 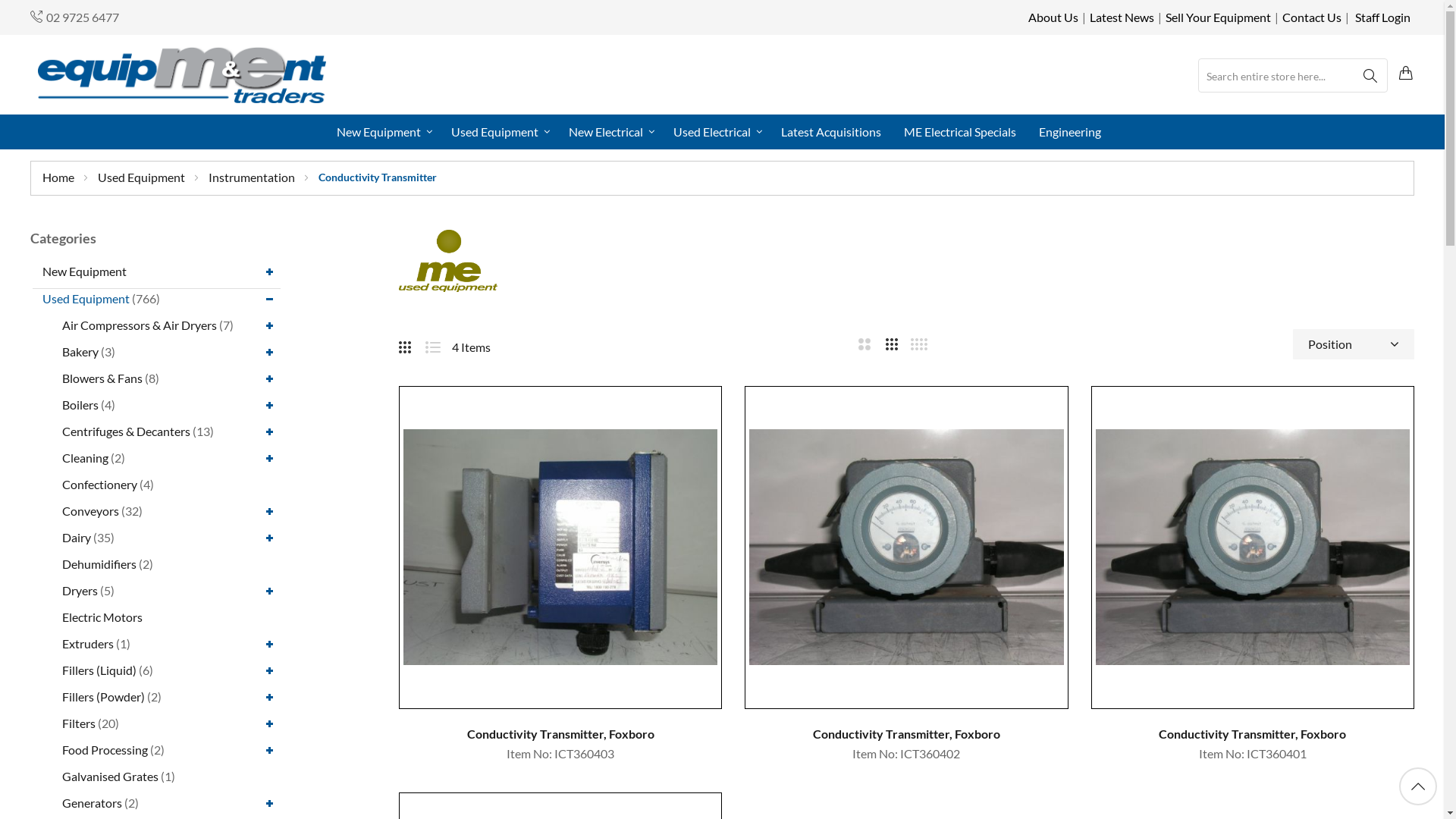 I want to click on 'Blowers & Fans', so click(x=101, y=376).